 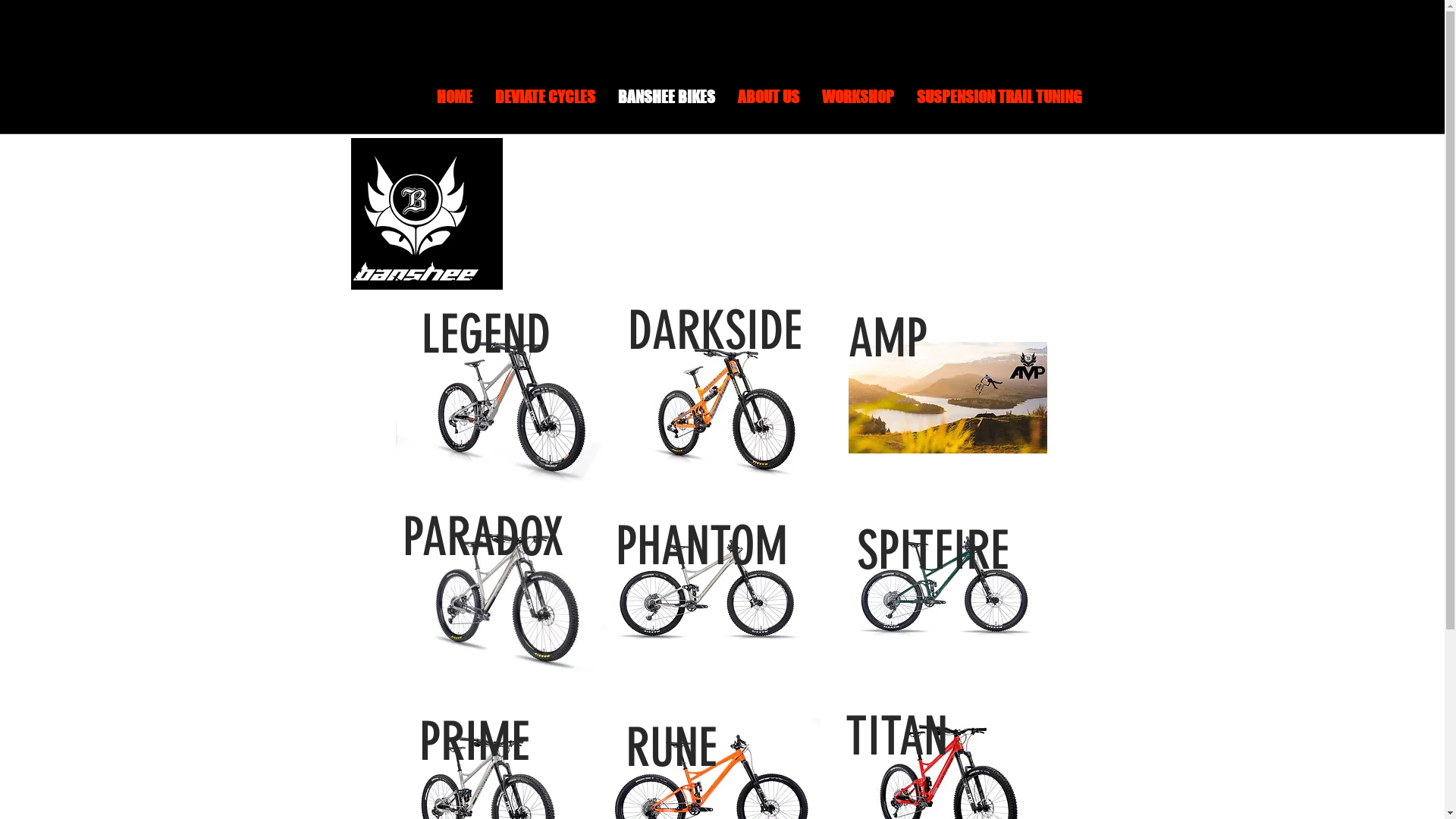 I want to click on 'SUSPENSION TRAIL TUNING', so click(x=905, y=106).